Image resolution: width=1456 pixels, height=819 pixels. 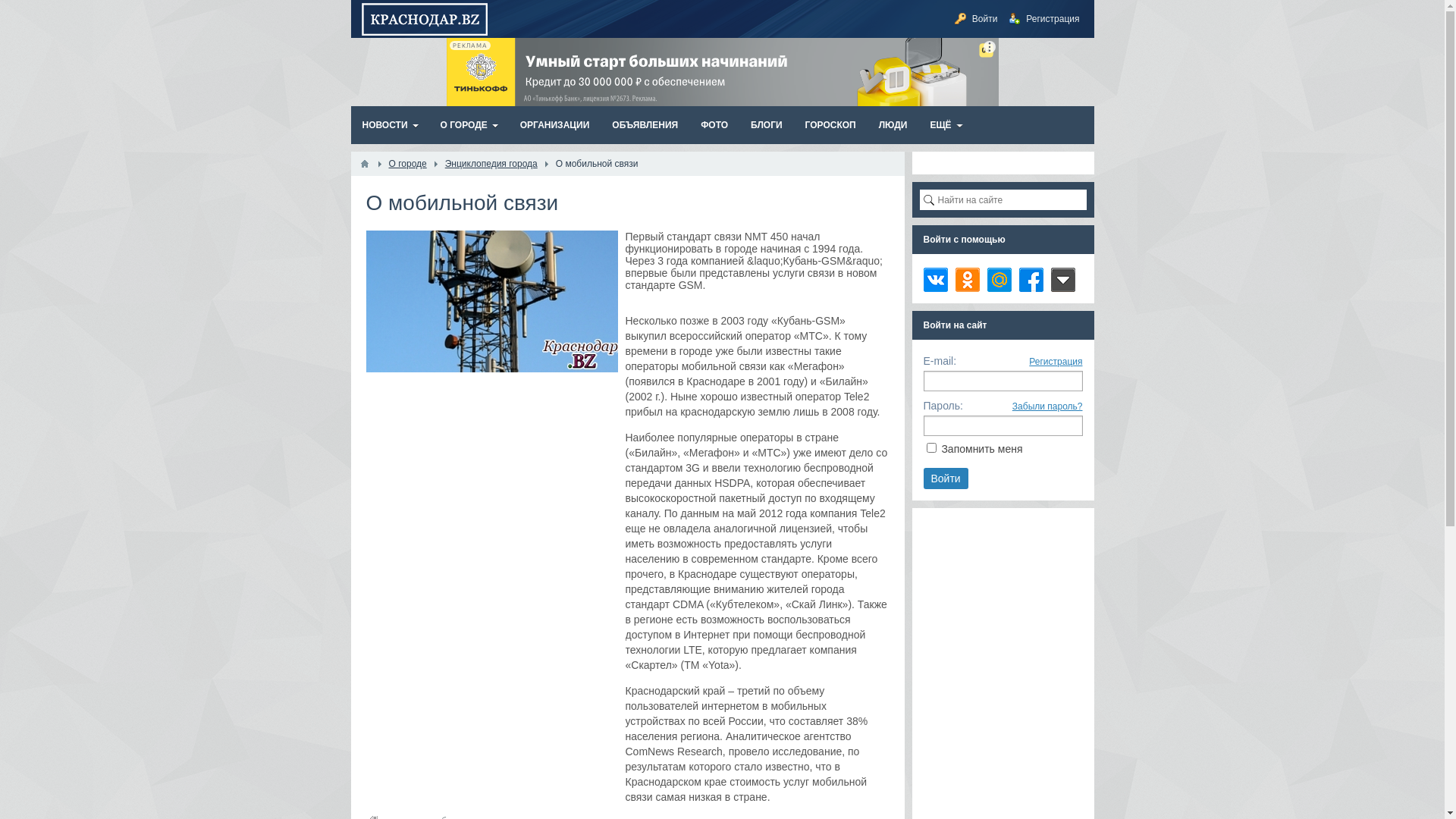 What do you see at coordinates (999, 280) in the screenshot?
I see `'Mail.ru'` at bounding box center [999, 280].